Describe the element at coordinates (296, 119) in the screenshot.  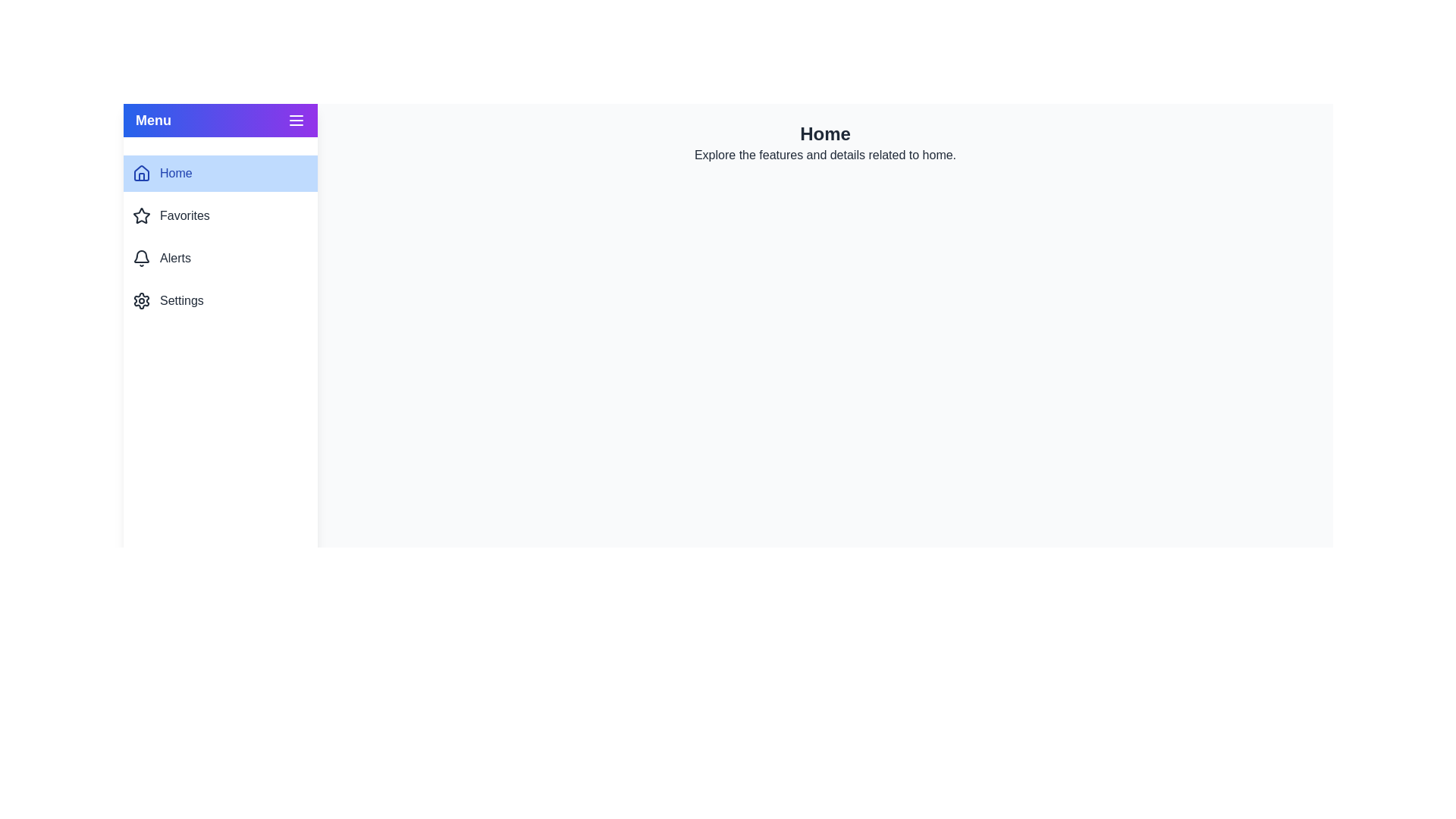
I see `the icon button with three horizontal lines located at the far right side of the header bar` at that location.